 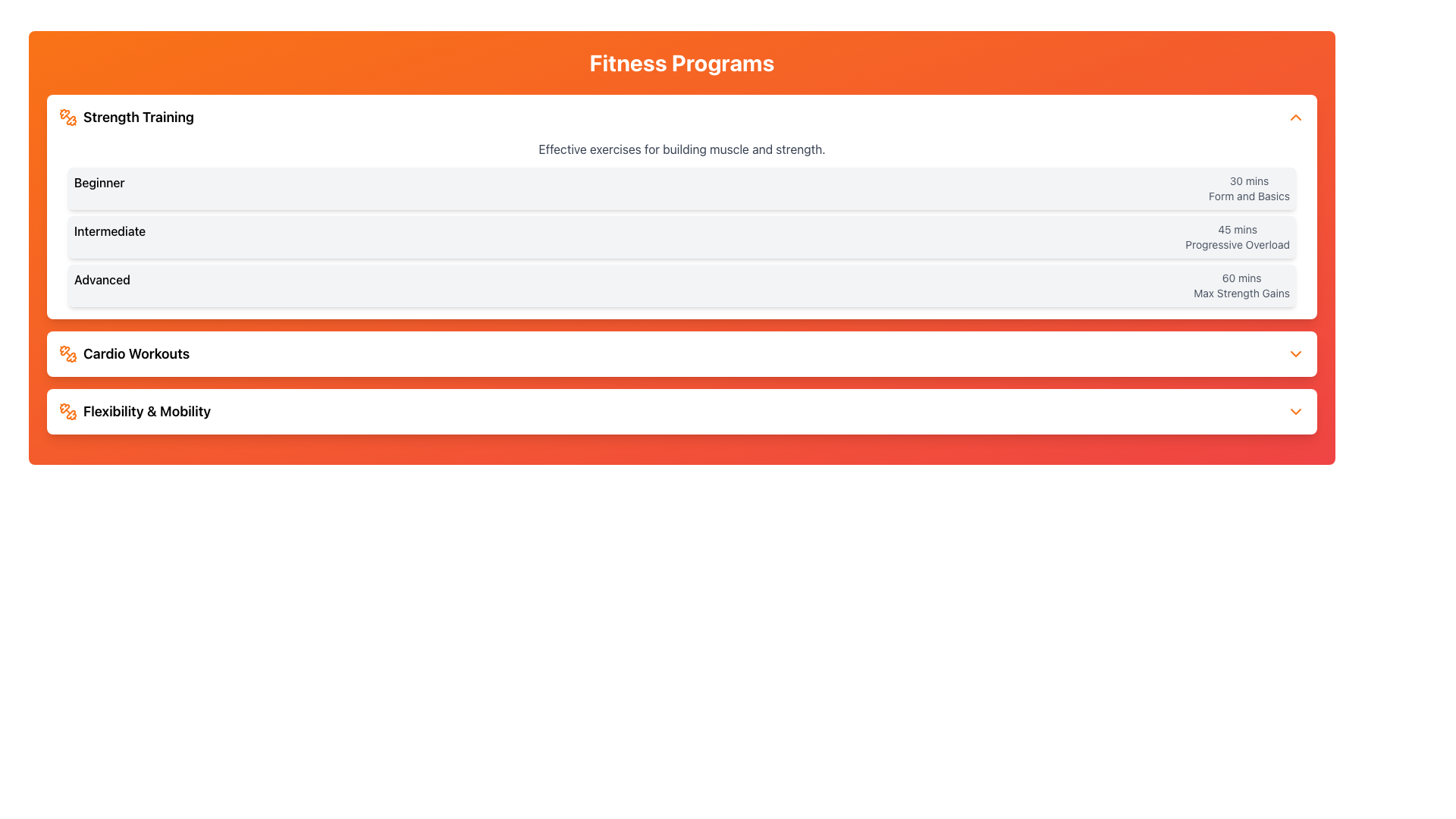 What do you see at coordinates (681, 62) in the screenshot?
I see `the Text header that indicates the theme of the section containing detailed segments of fitness programs, which is centrally aligned within the orange-red background` at bounding box center [681, 62].